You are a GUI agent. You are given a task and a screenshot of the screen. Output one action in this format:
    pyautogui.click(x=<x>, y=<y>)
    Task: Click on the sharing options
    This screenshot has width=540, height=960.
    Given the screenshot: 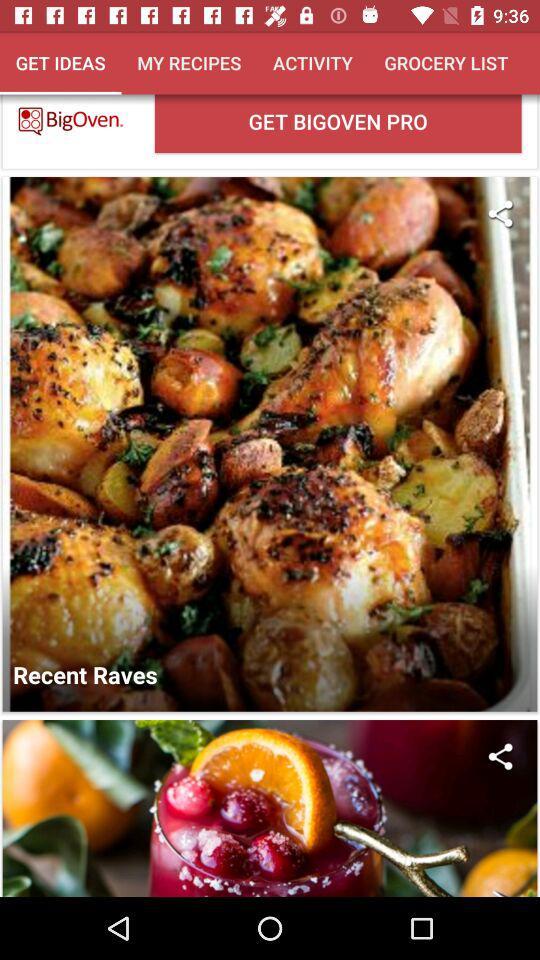 What is the action you would take?
    pyautogui.click(x=499, y=213)
    